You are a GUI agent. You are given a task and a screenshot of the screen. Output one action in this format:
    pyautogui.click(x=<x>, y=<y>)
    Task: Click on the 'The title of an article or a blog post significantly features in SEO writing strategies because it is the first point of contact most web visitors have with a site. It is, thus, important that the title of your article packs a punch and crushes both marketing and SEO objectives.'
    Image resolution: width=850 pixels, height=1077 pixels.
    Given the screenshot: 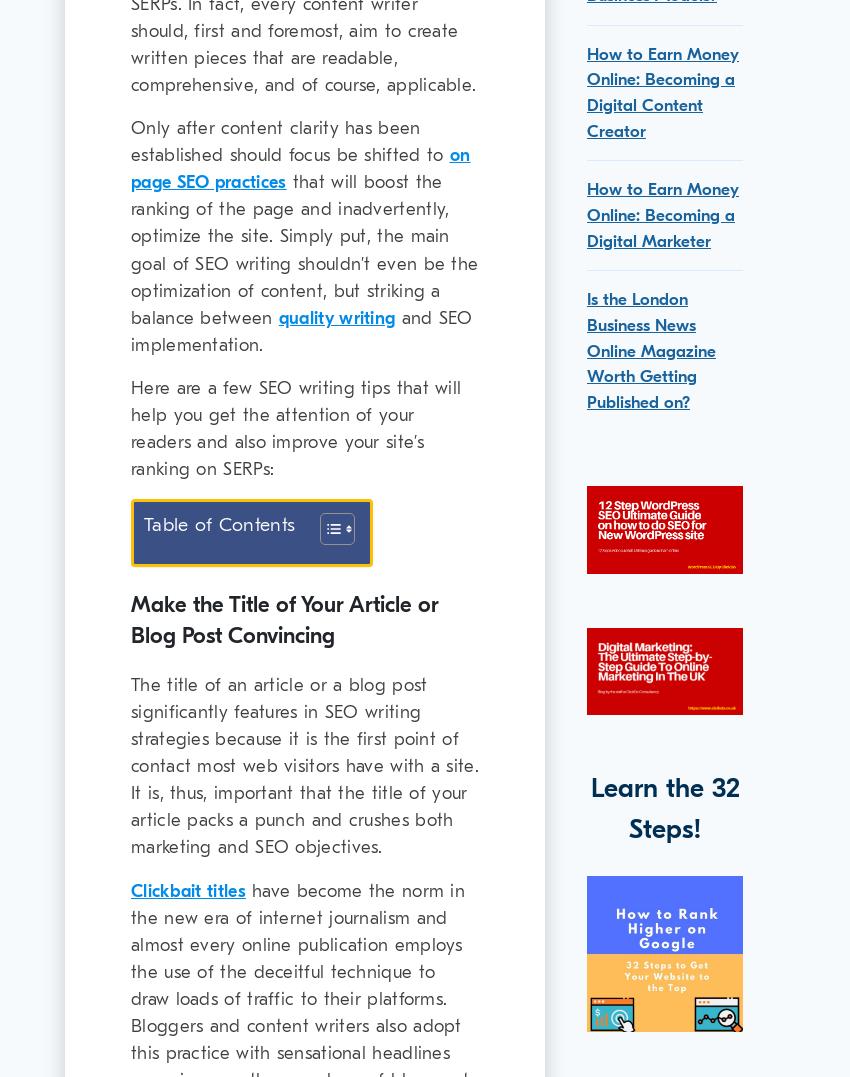 What is the action you would take?
    pyautogui.click(x=304, y=764)
    